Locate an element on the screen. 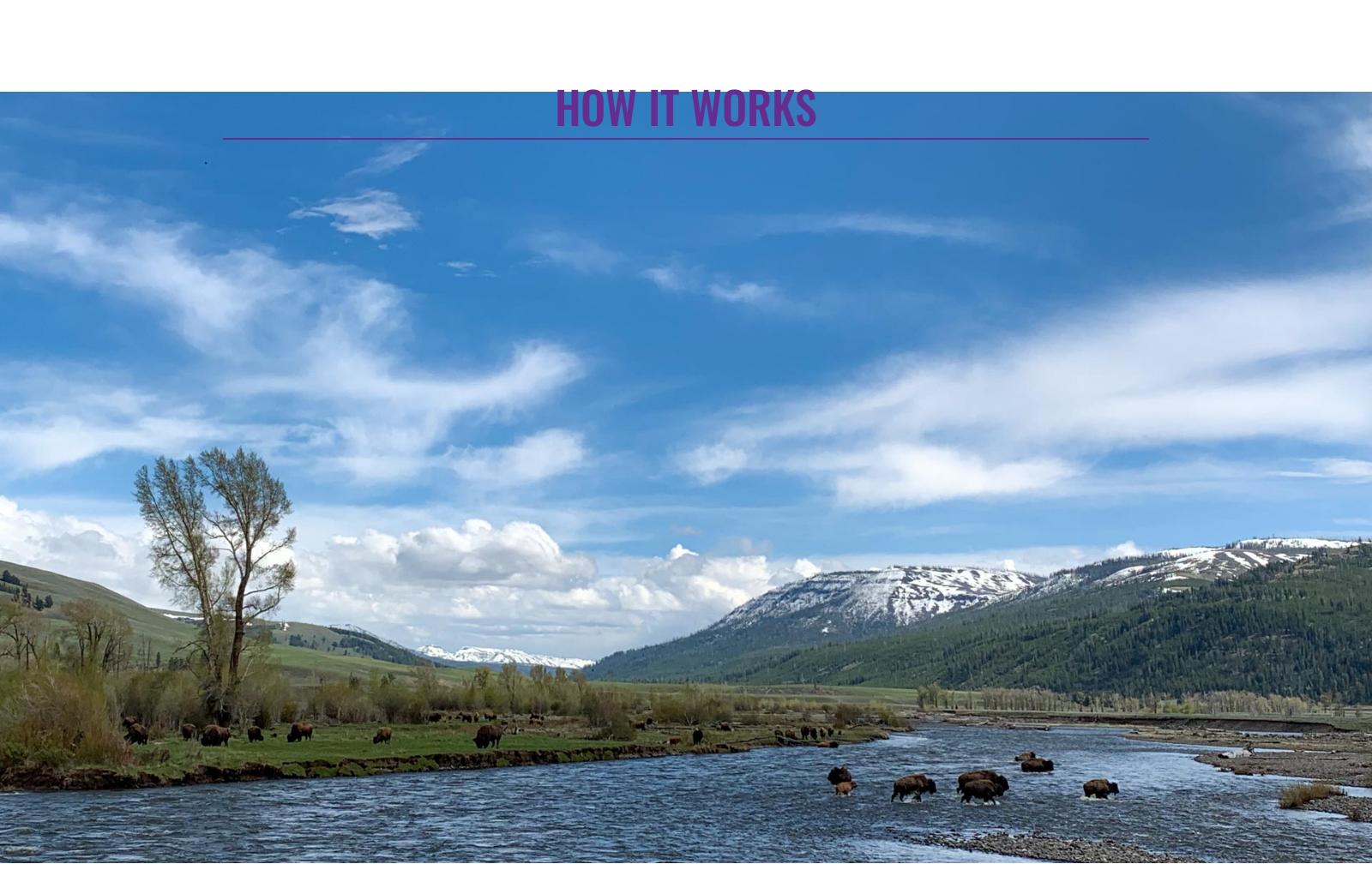 The image size is (1372, 870). 'HOW IT WORKS' is located at coordinates (555, 105).